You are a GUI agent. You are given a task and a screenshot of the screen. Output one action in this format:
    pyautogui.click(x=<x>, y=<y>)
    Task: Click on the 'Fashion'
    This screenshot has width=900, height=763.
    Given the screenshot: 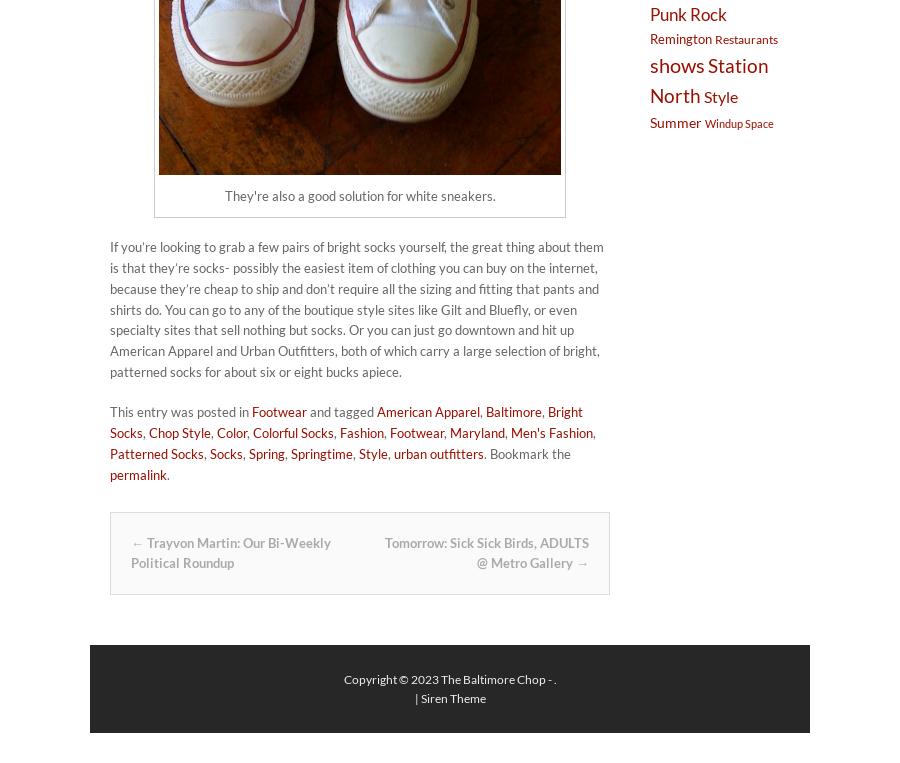 What is the action you would take?
    pyautogui.click(x=361, y=433)
    